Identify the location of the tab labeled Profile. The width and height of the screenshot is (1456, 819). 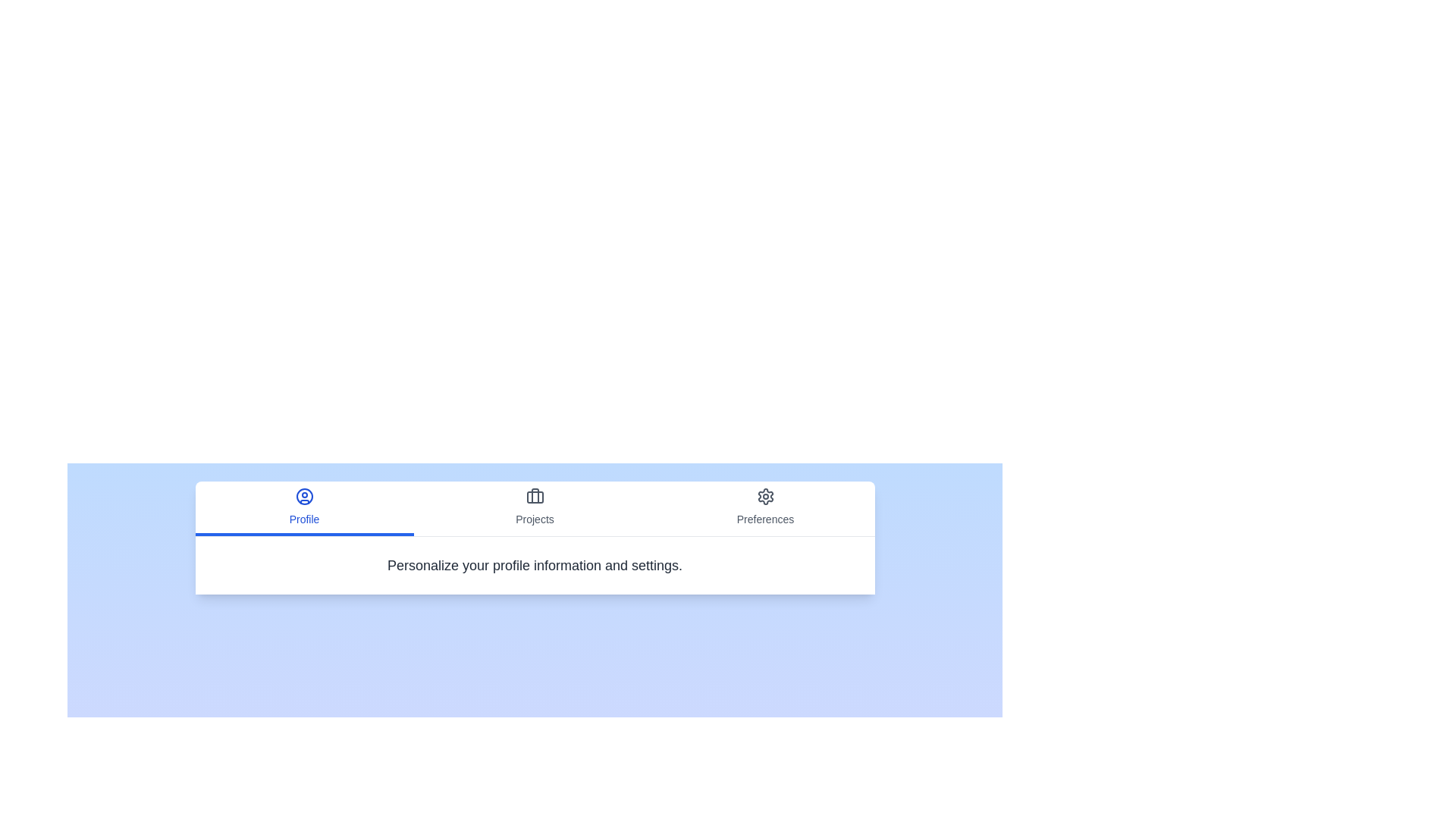
(303, 509).